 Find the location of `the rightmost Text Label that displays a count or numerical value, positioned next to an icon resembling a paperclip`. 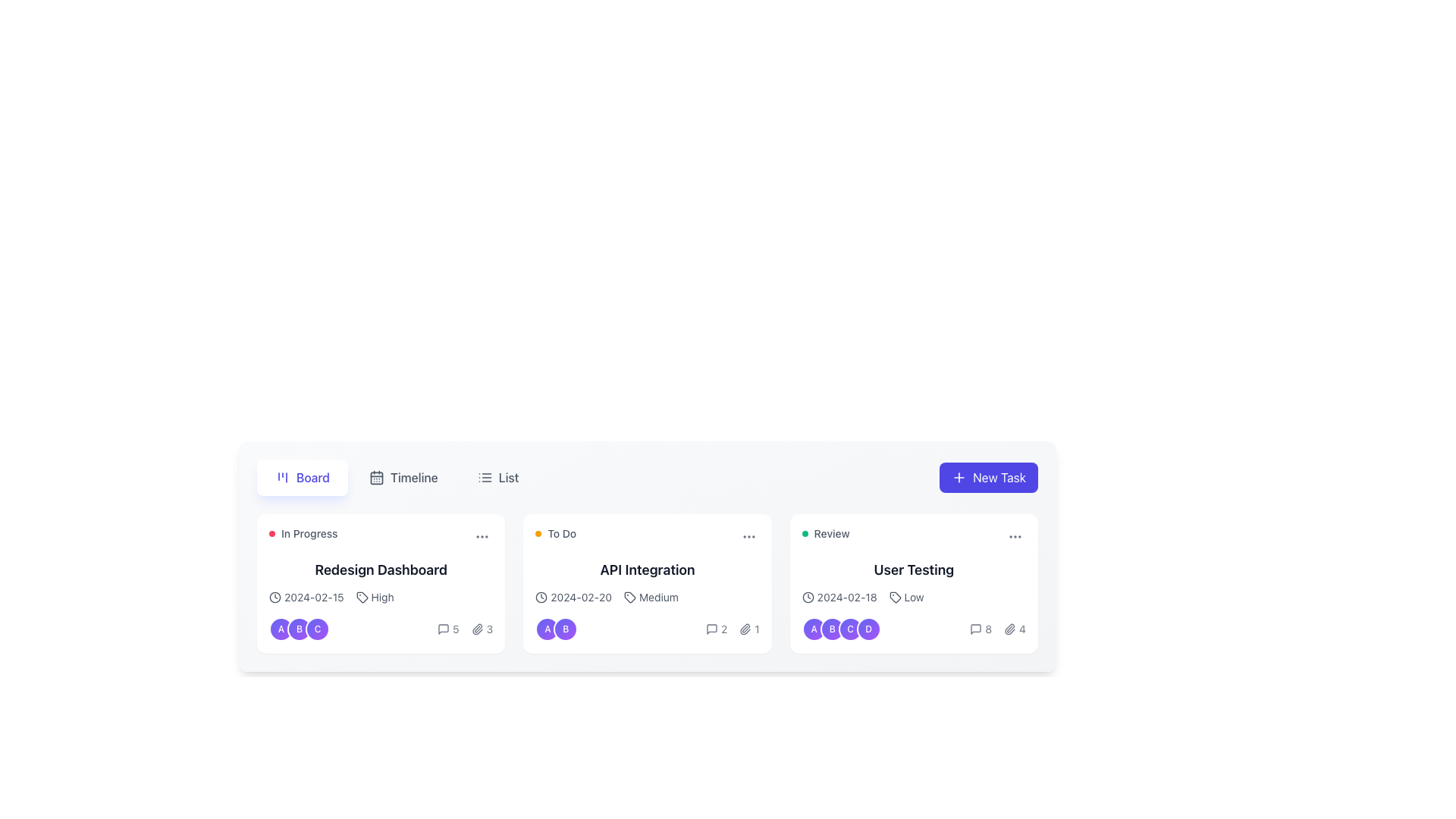

the rightmost Text Label that displays a count or numerical value, positioned next to an icon resembling a paperclip is located at coordinates (490, 629).